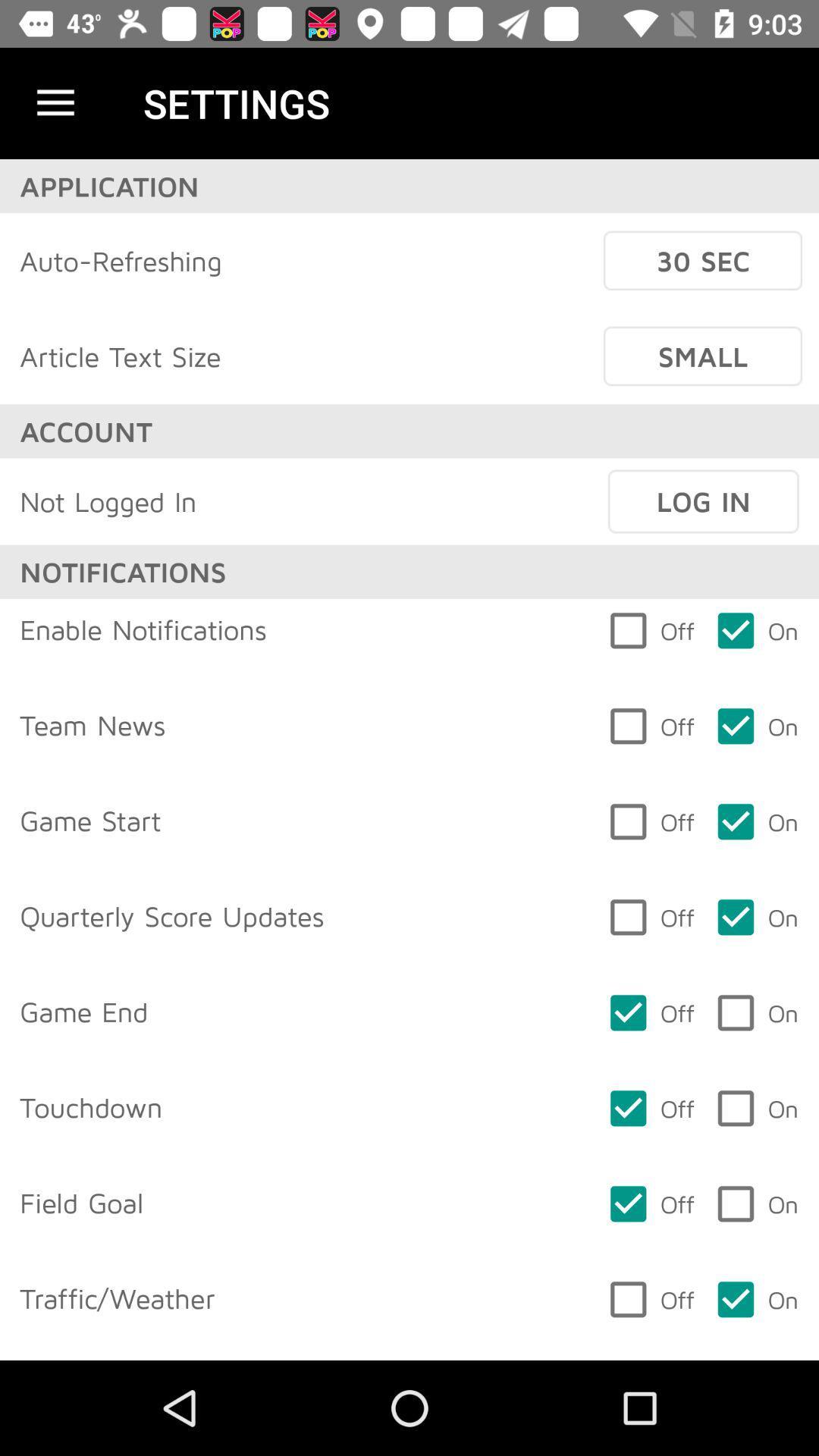  I want to click on icon on the right side of game start, so click(649, 821).